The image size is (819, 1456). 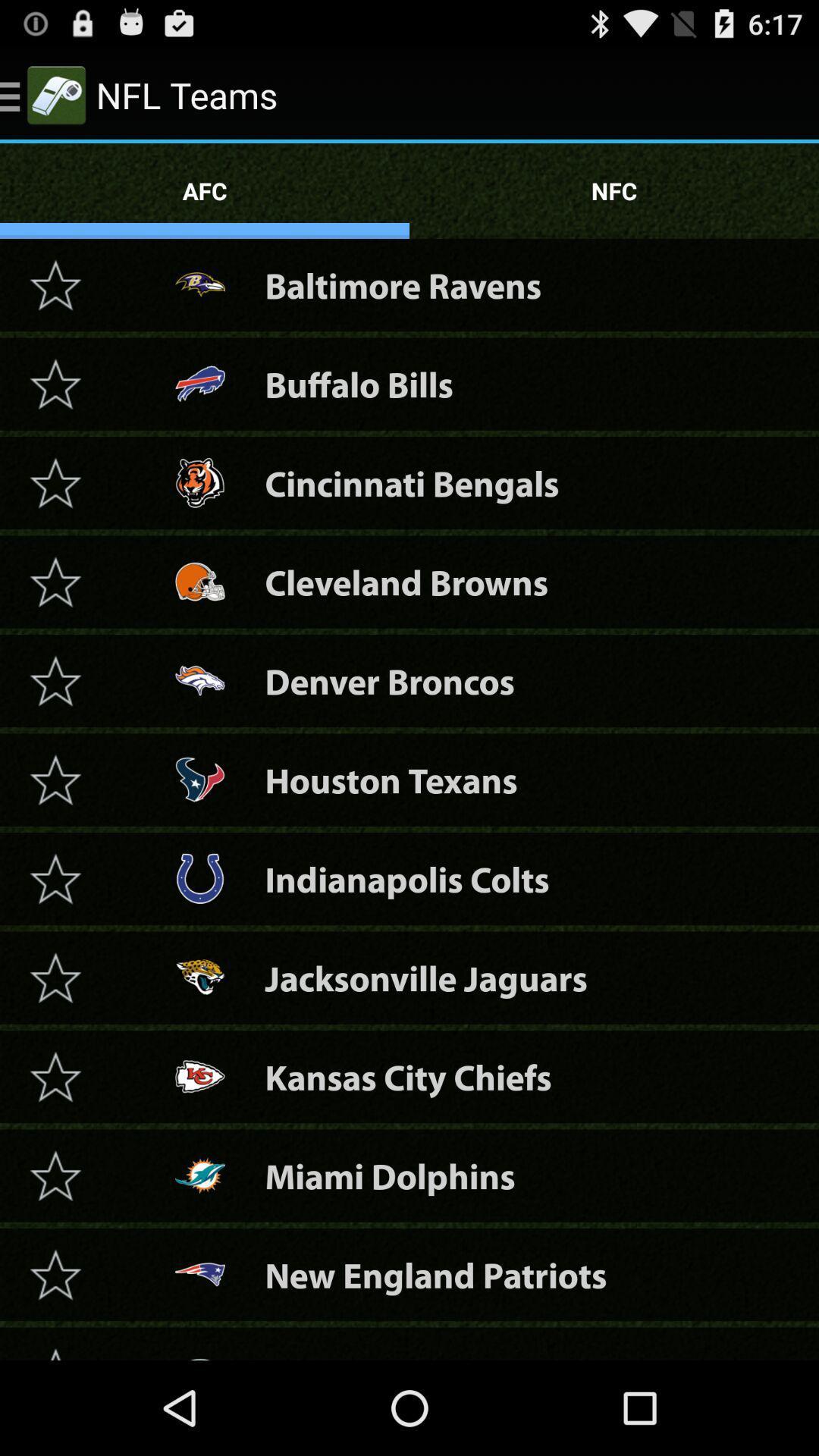 I want to click on the team, so click(x=55, y=1274).